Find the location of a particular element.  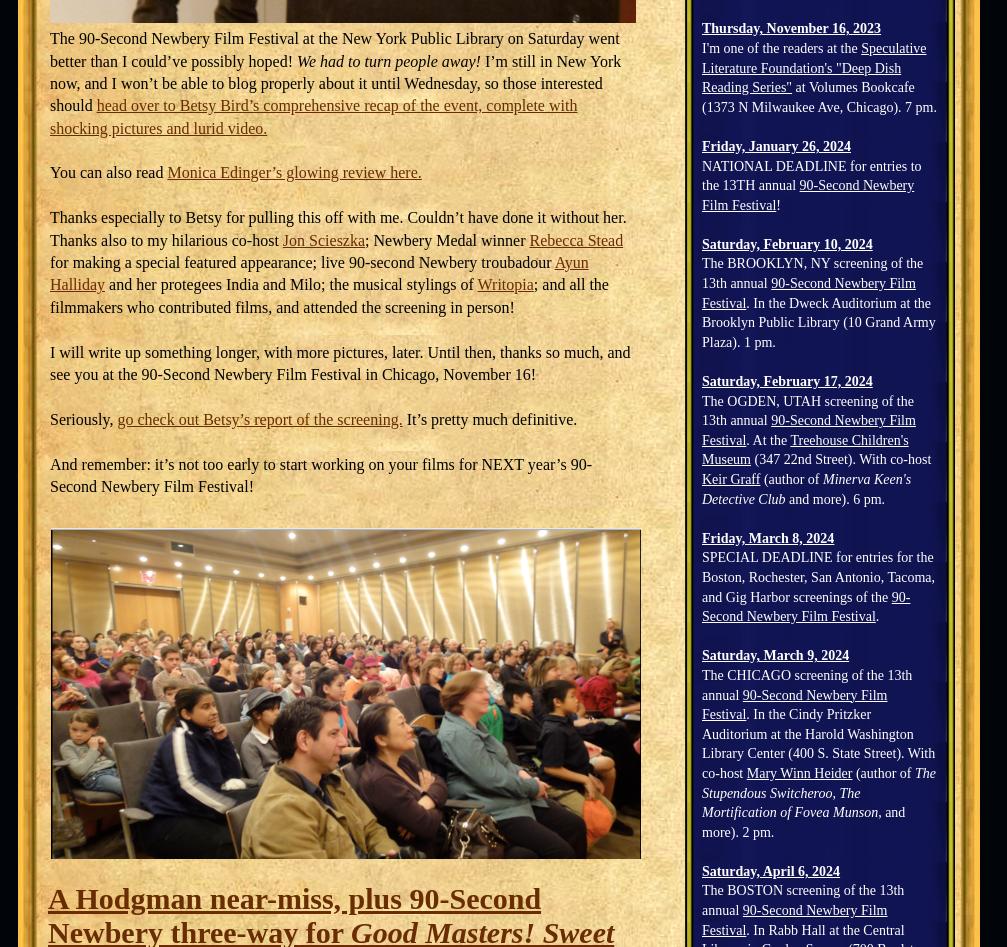

'Mary Winn Heider' is located at coordinates (744, 772).